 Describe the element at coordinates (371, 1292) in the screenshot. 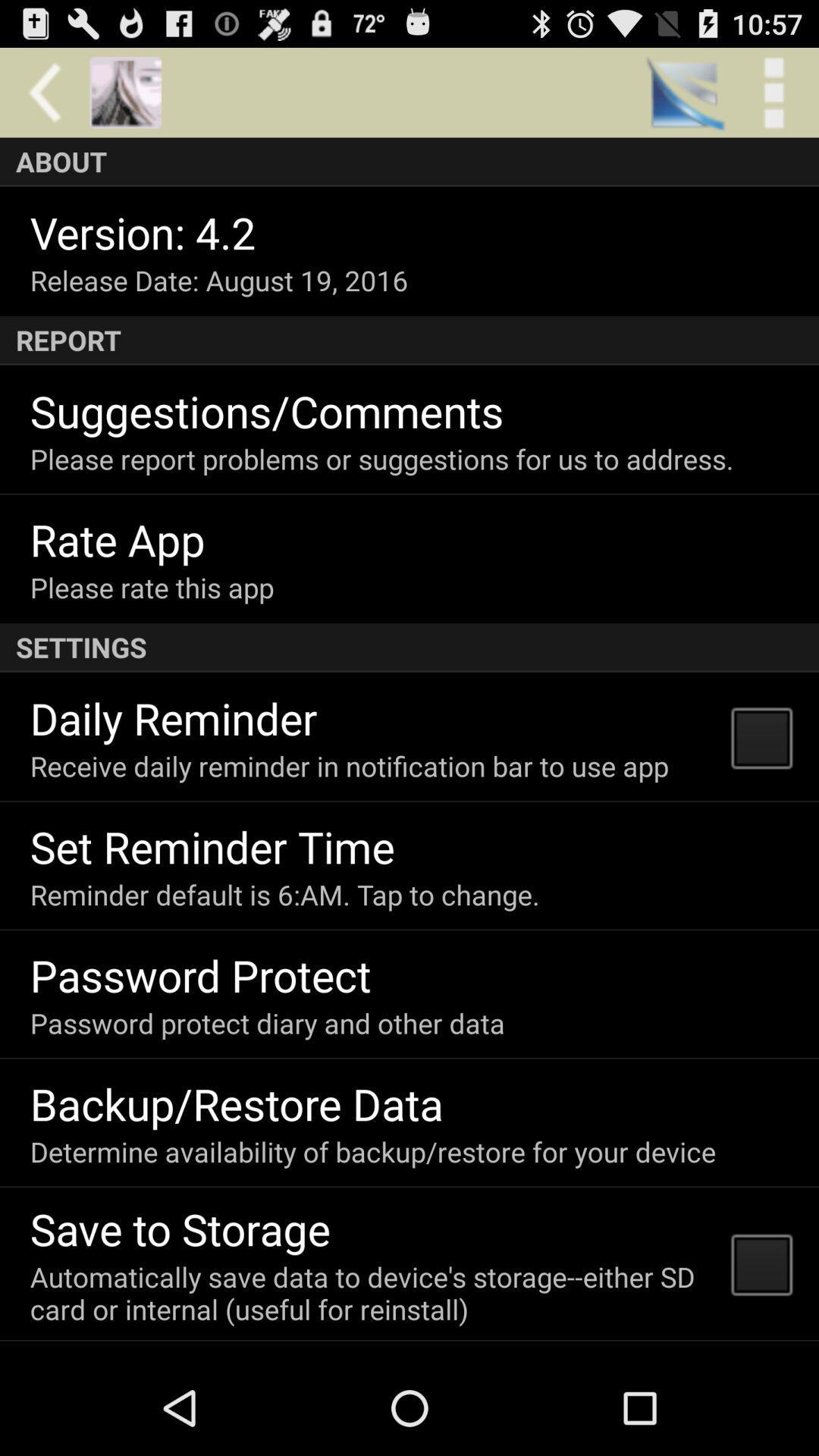

I see `automatically save data icon` at that location.